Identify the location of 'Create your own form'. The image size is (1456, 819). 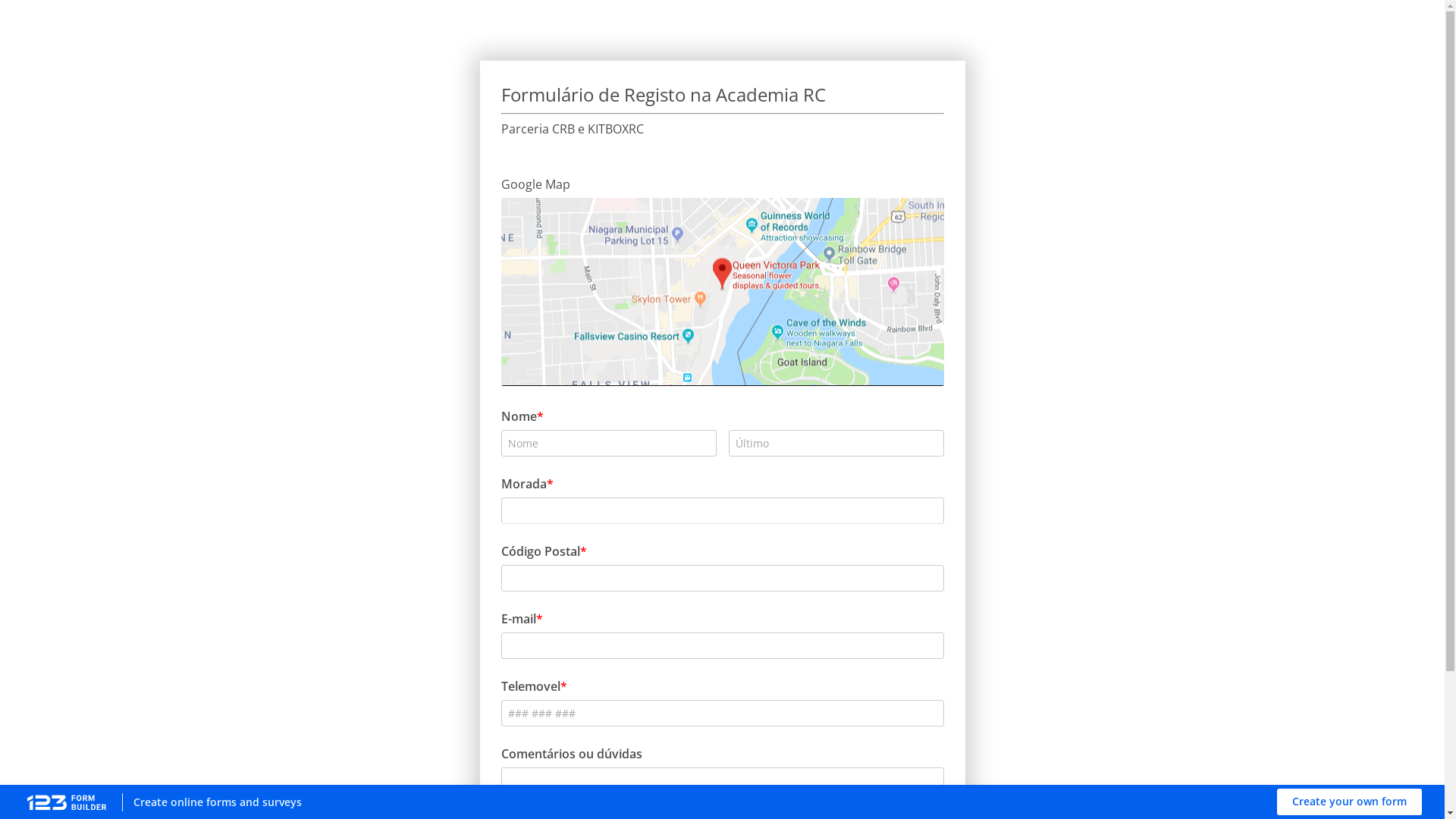
(1276, 801).